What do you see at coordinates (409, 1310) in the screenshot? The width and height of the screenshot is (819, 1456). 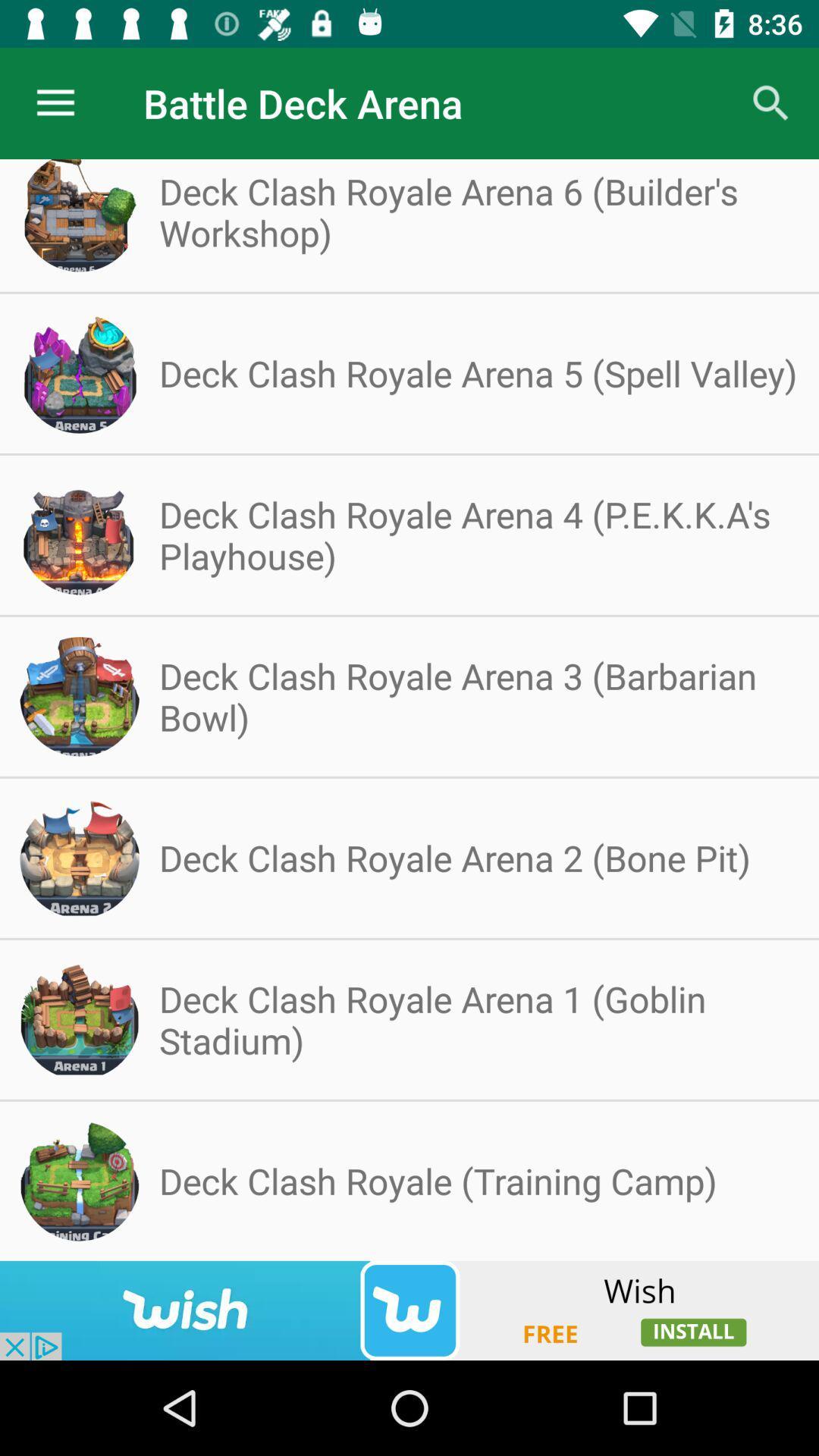 I see `screen page` at bounding box center [409, 1310].